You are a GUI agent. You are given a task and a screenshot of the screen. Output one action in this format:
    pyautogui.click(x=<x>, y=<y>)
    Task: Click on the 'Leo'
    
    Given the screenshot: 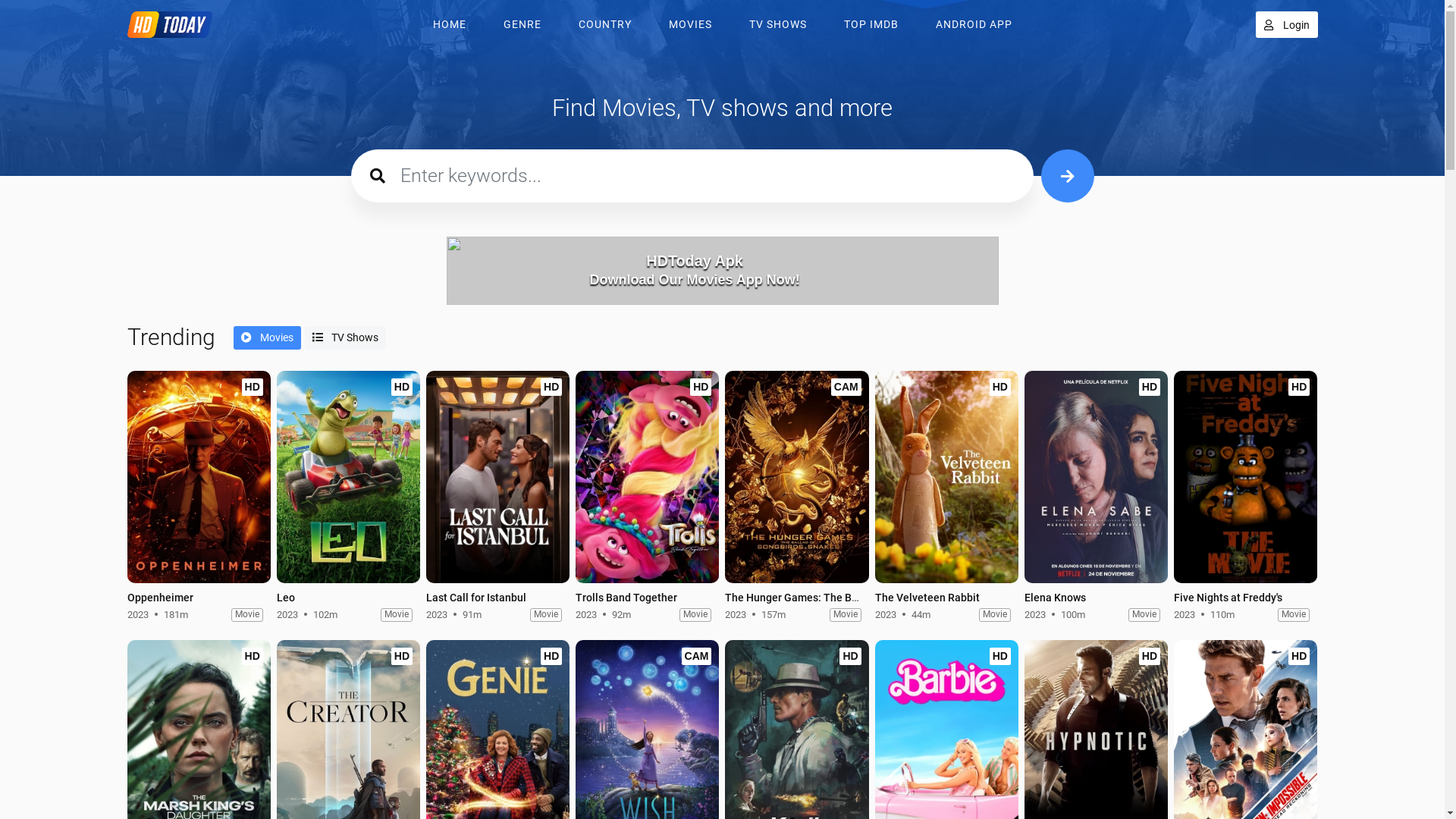 What is the action you would take?
    pyautogui.click(x=286, y=596)
    